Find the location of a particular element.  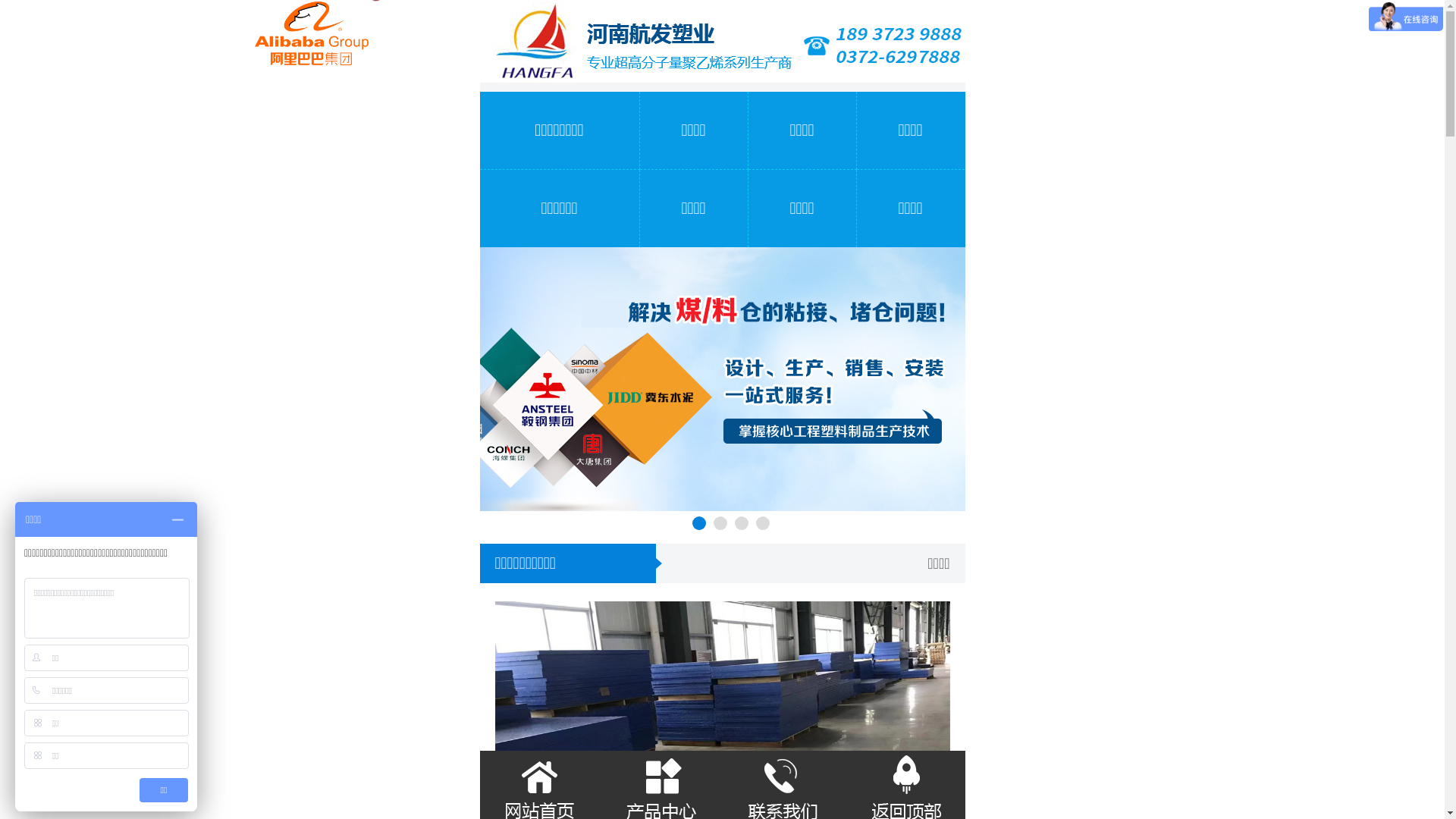

'2' is located at coordinates (719, 522).